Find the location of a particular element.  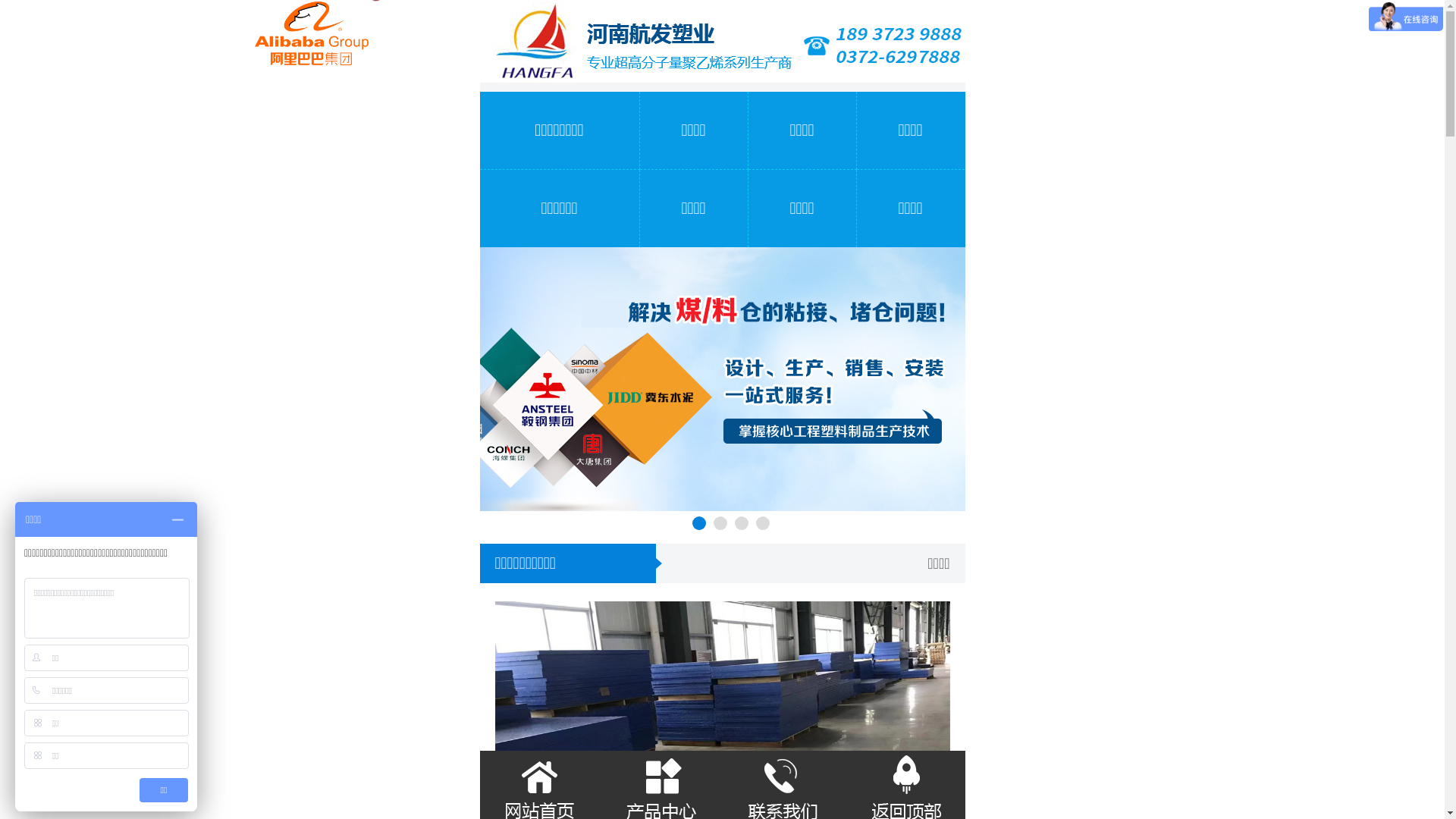

'2' is located at coordinates (719, 522).